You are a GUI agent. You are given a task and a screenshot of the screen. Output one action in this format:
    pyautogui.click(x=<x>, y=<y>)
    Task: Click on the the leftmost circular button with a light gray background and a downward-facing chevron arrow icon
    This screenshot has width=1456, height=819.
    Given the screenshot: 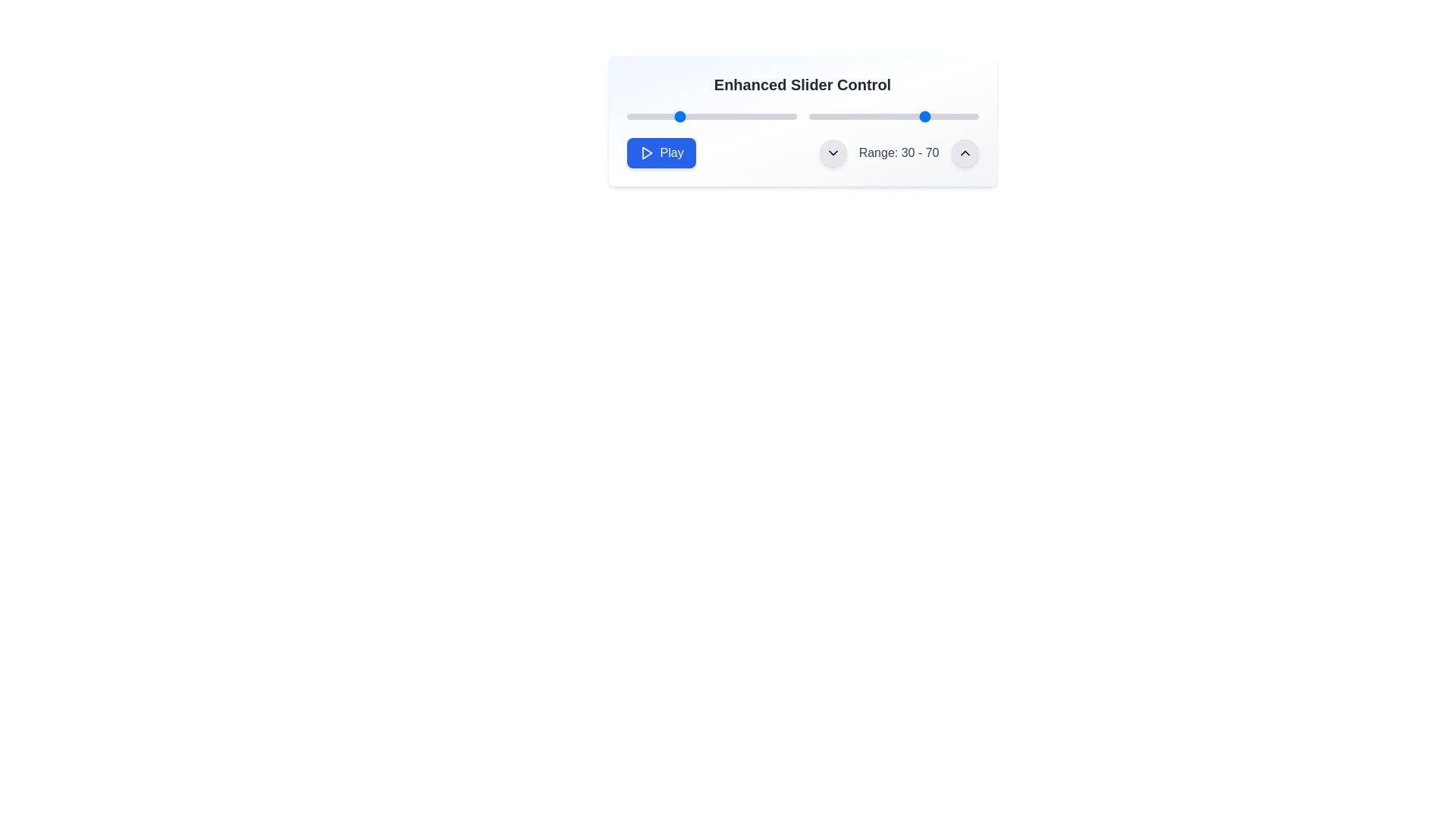 What is the action you would take?
    pyautogui.click(x=832, y=152)
    